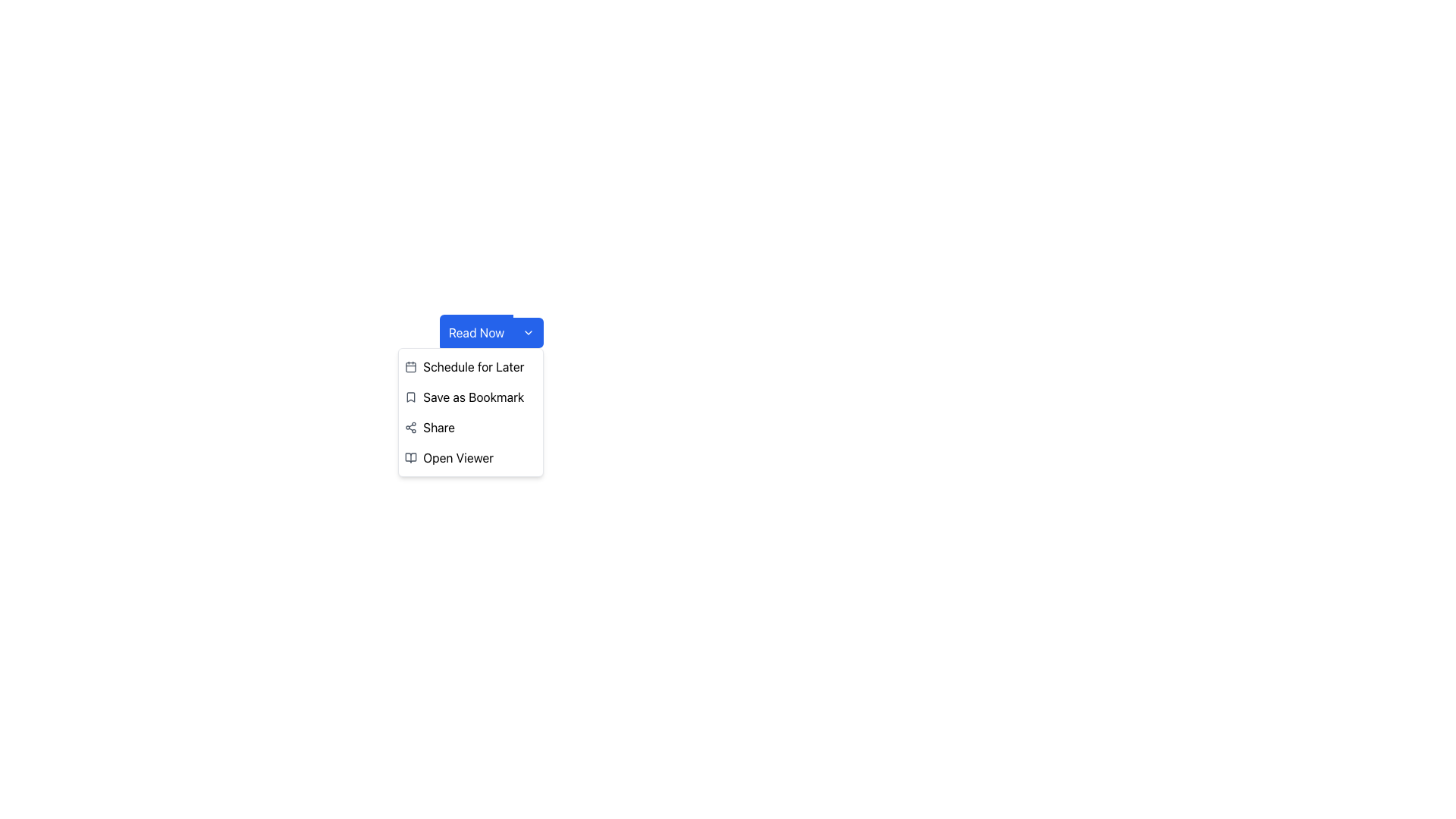  I want to click on the calendar icon located to the left of the 'Schedule for Later' text in the dropdown menu, so click(411, 366).